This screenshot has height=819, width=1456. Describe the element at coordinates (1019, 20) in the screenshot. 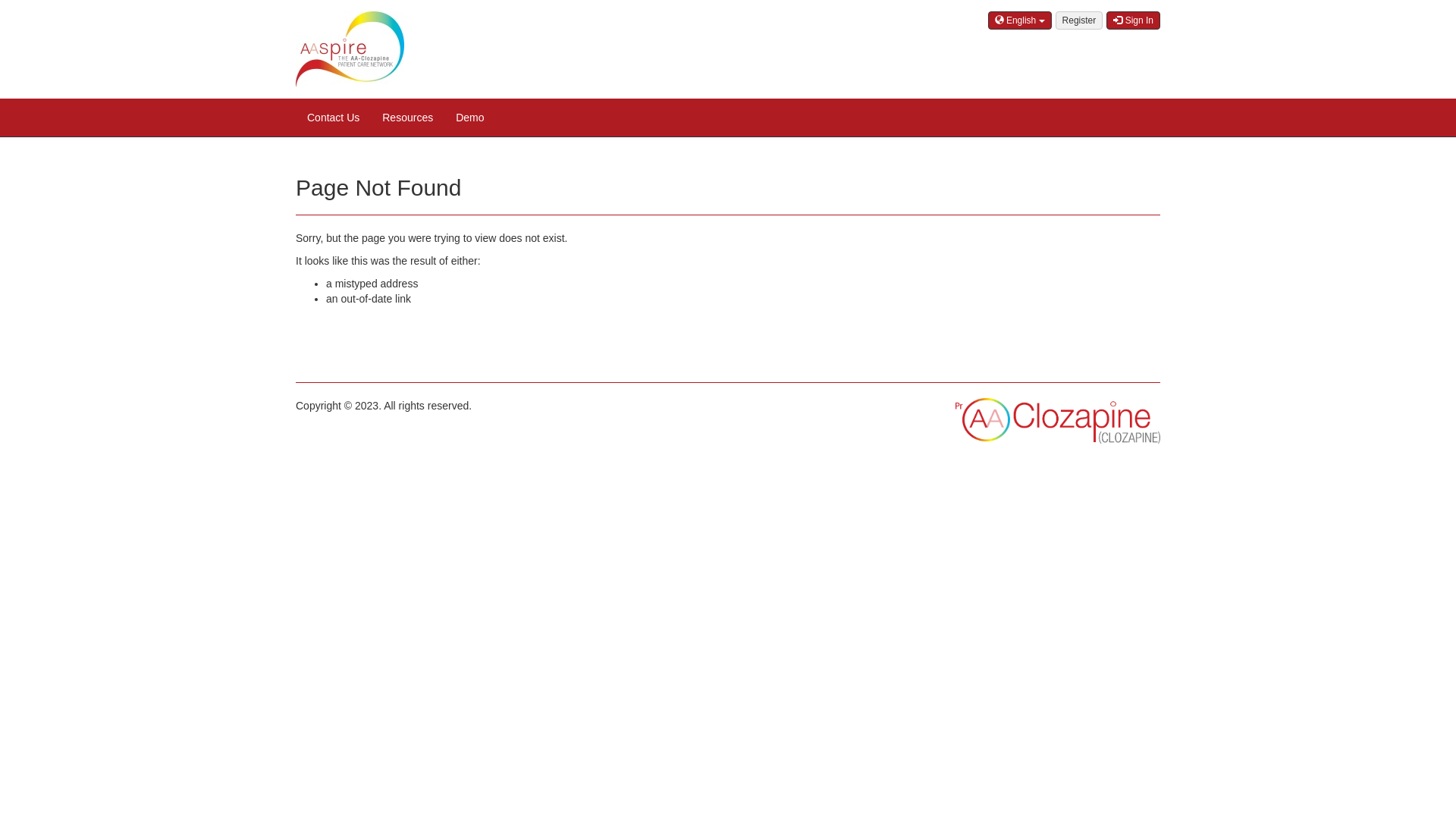

I see `'English'` at that location.